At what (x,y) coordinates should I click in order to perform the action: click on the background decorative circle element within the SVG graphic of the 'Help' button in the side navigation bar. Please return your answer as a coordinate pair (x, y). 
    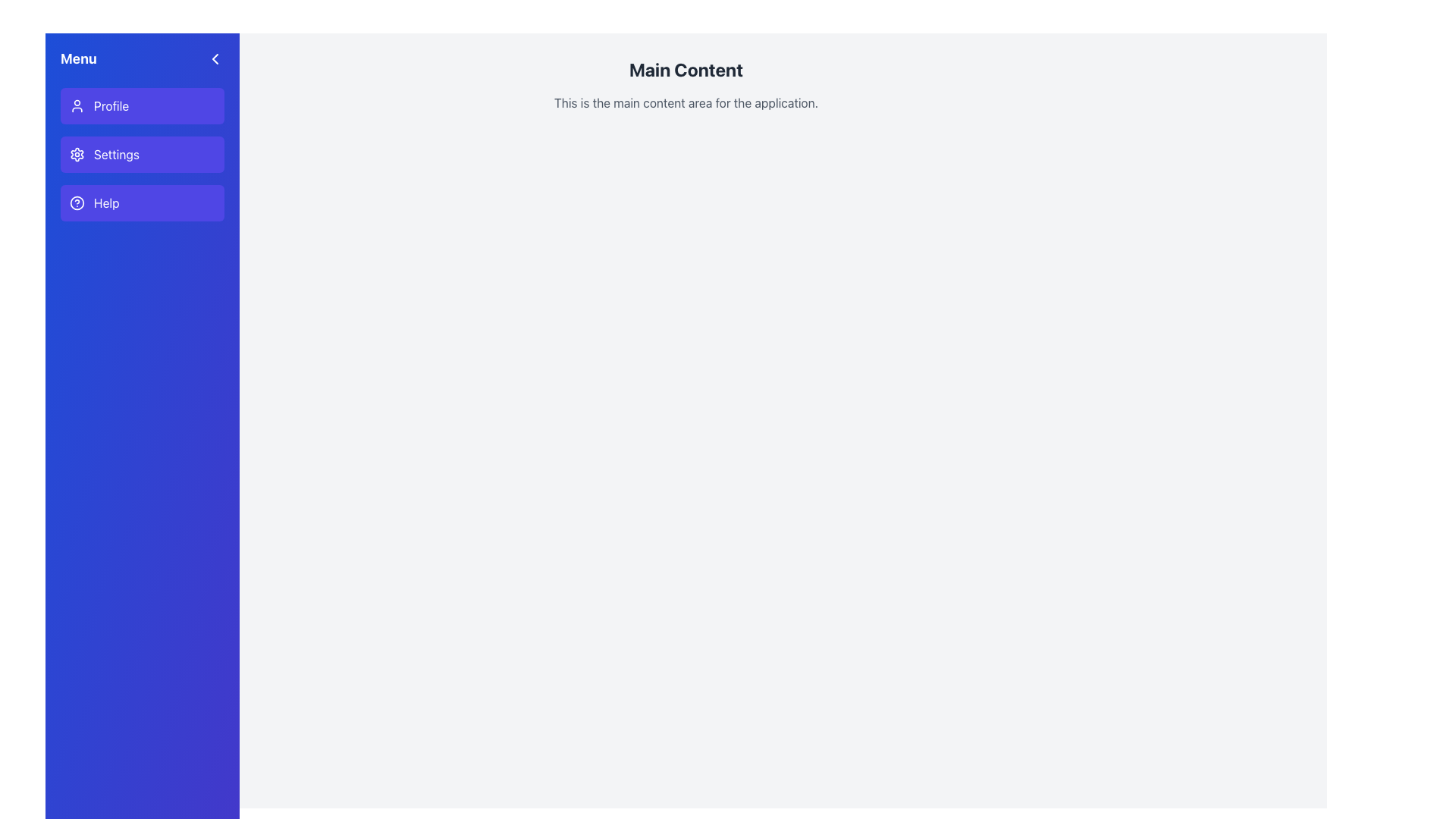
    Looking at the image, I should click on (76, 202).